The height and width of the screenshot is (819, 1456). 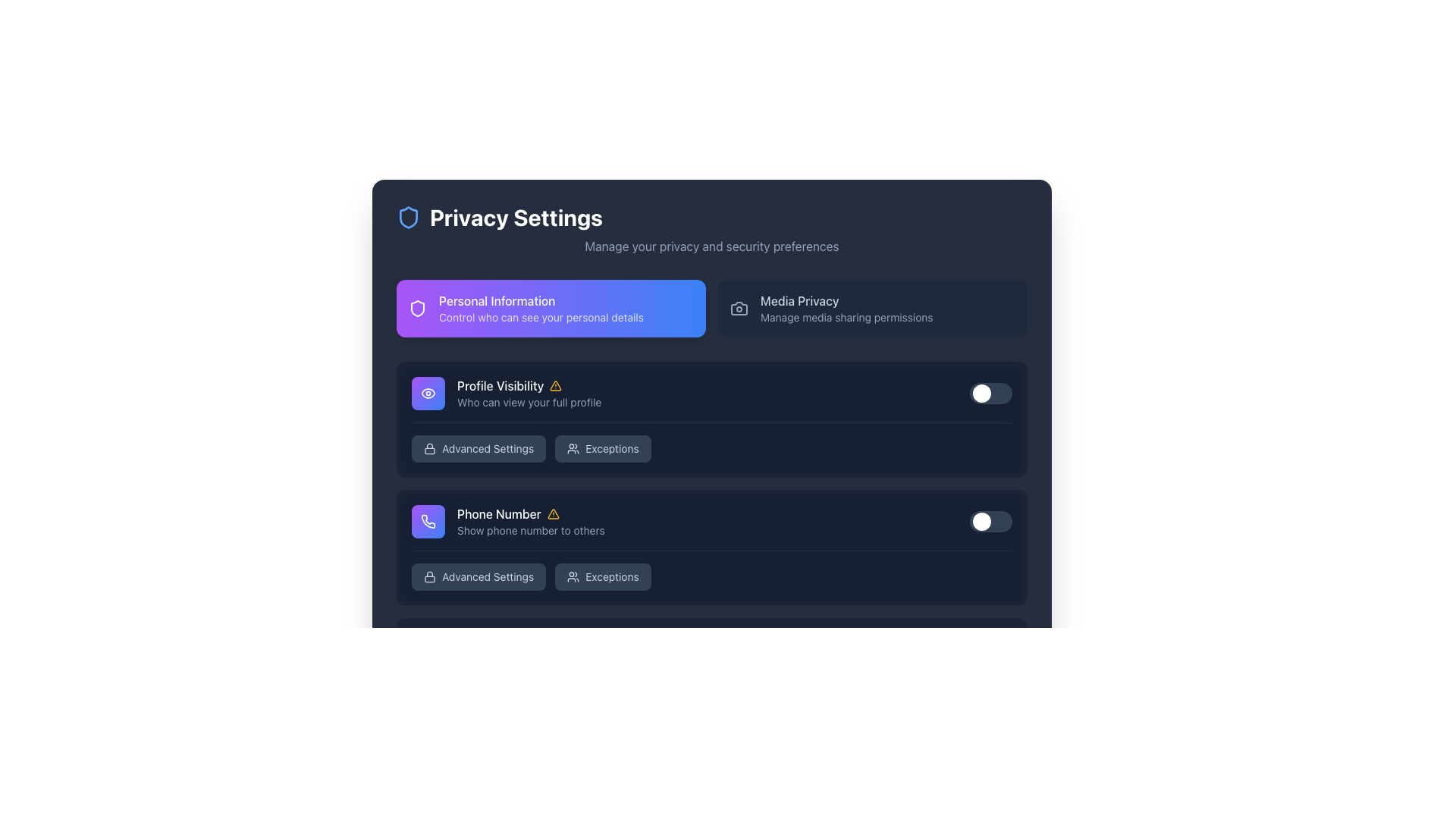 I want to click on and interpret the information presented in the 'Profile Visibility' informational label, which includes a bold heading and a subtitle about profile viewing permissions, so click(x=529, y=393).